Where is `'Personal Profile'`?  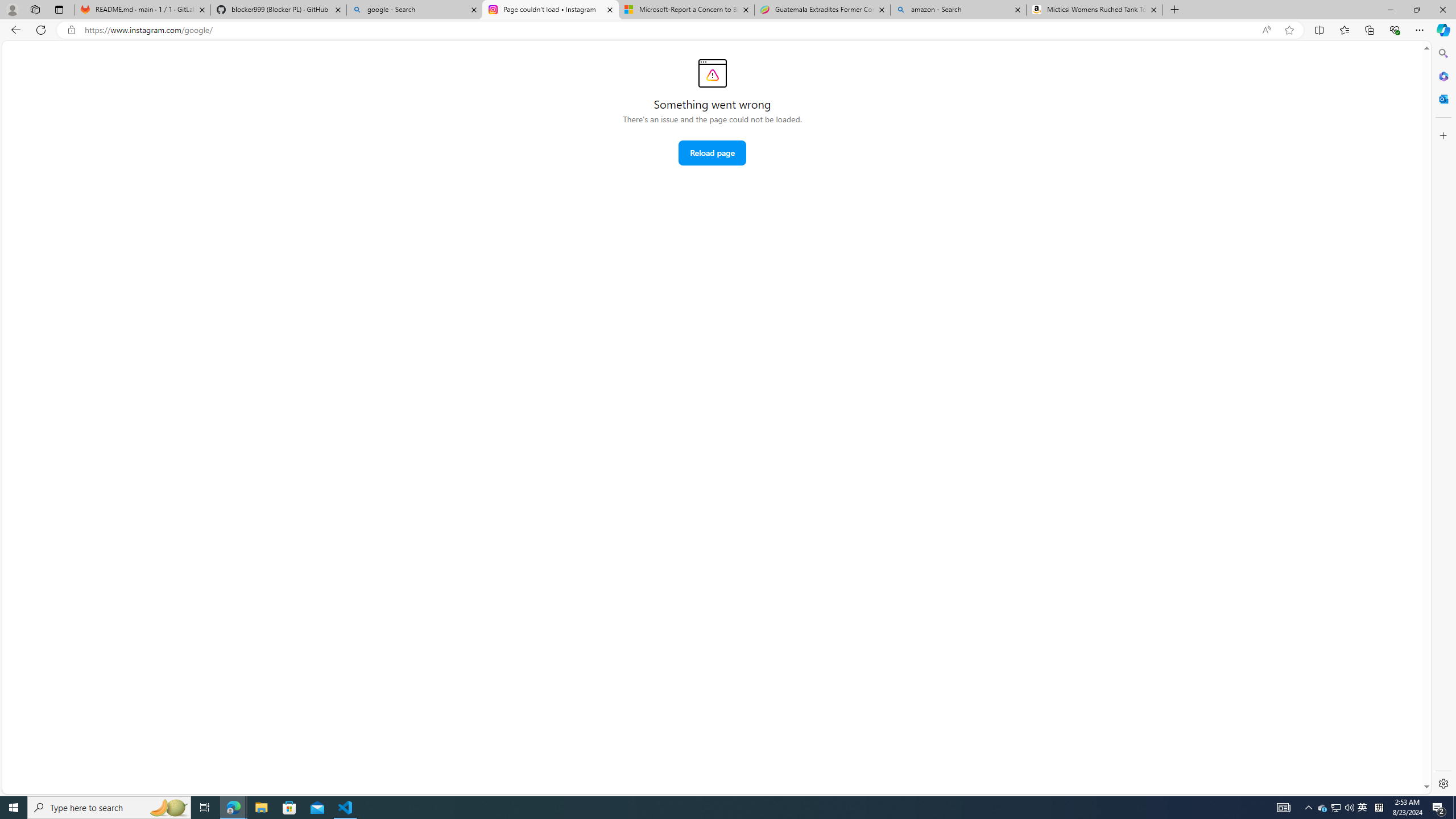
'Personal Profile' is located at coordinates (11, 9).